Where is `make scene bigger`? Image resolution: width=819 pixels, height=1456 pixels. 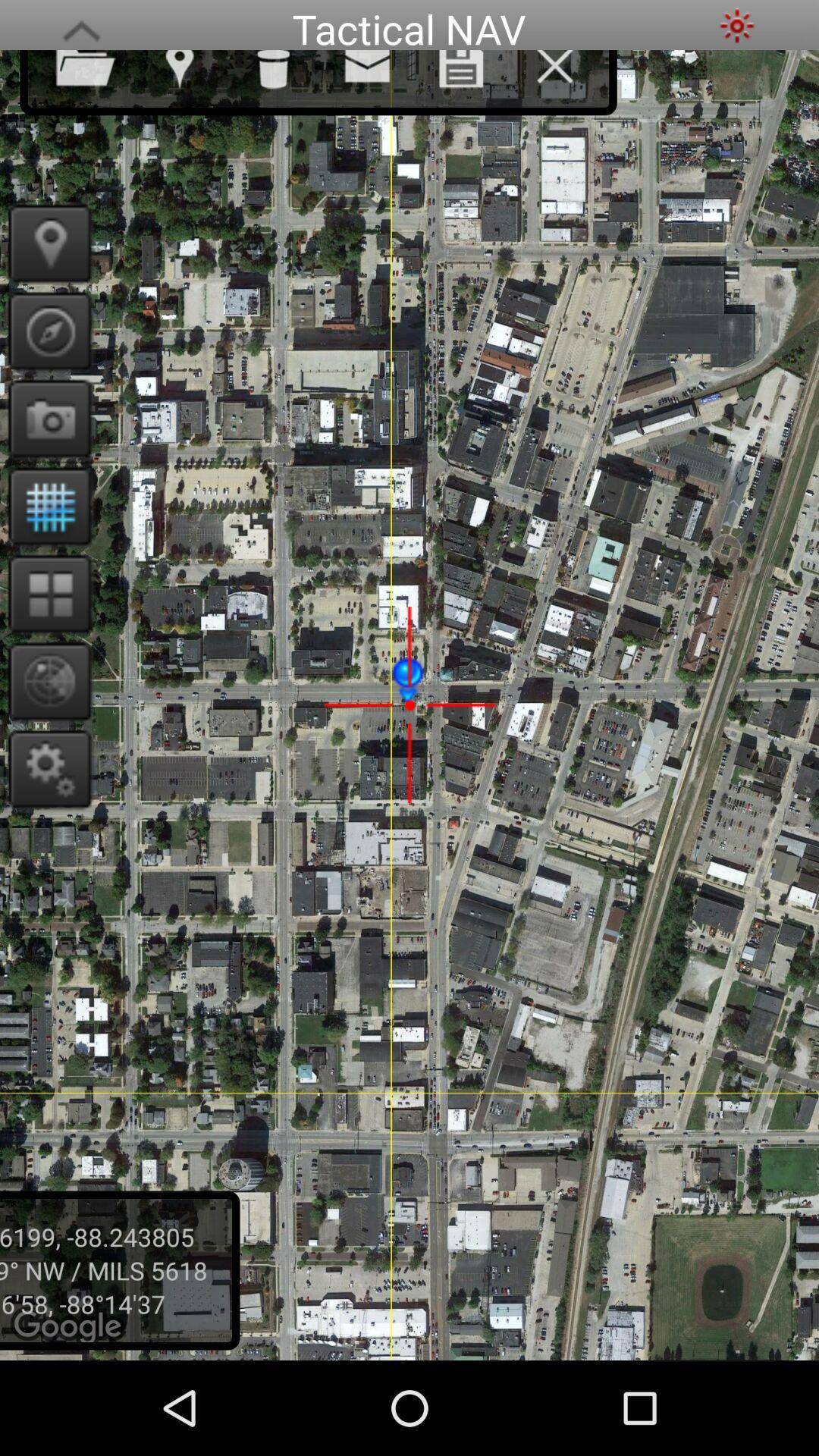 make scene bigger is located at coordinates (81, 25).